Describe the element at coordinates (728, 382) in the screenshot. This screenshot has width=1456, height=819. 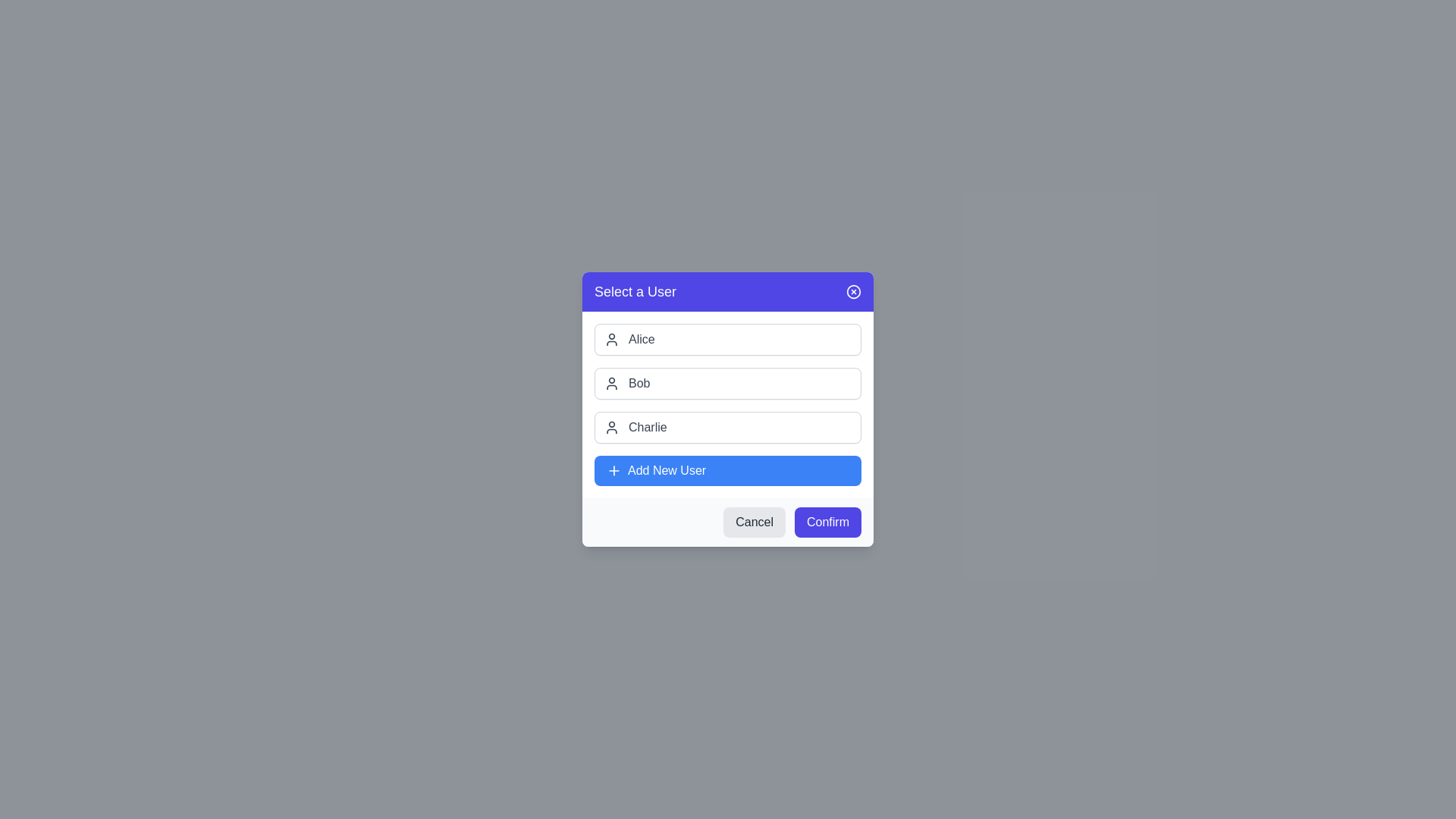
I see `the user selection button labeled 'Bob', which is the second option in a list of users within the modal window 'Select a User'` at that location.